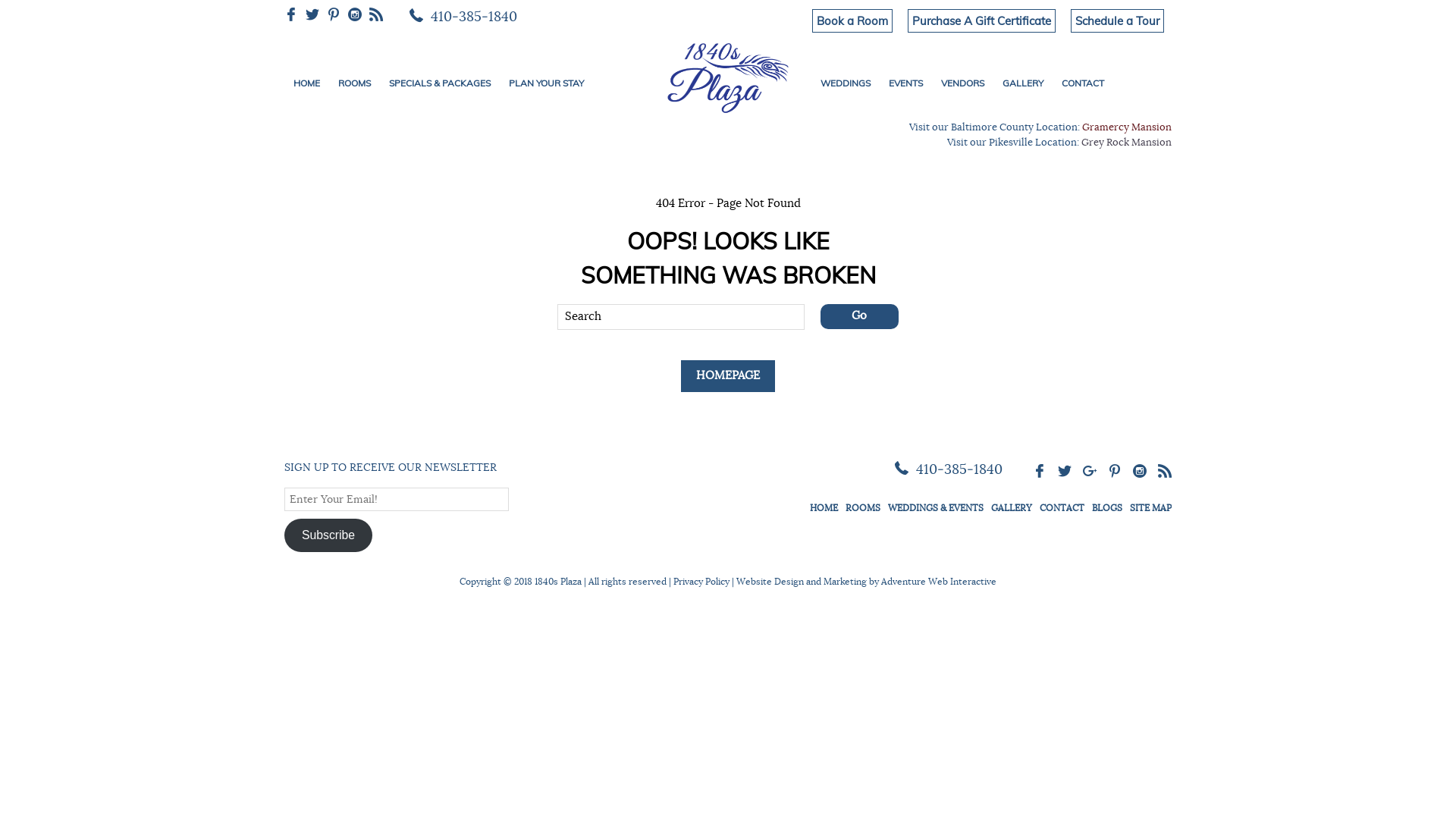  I want to click on 'Schedule a Tour', so click(1117, 20).